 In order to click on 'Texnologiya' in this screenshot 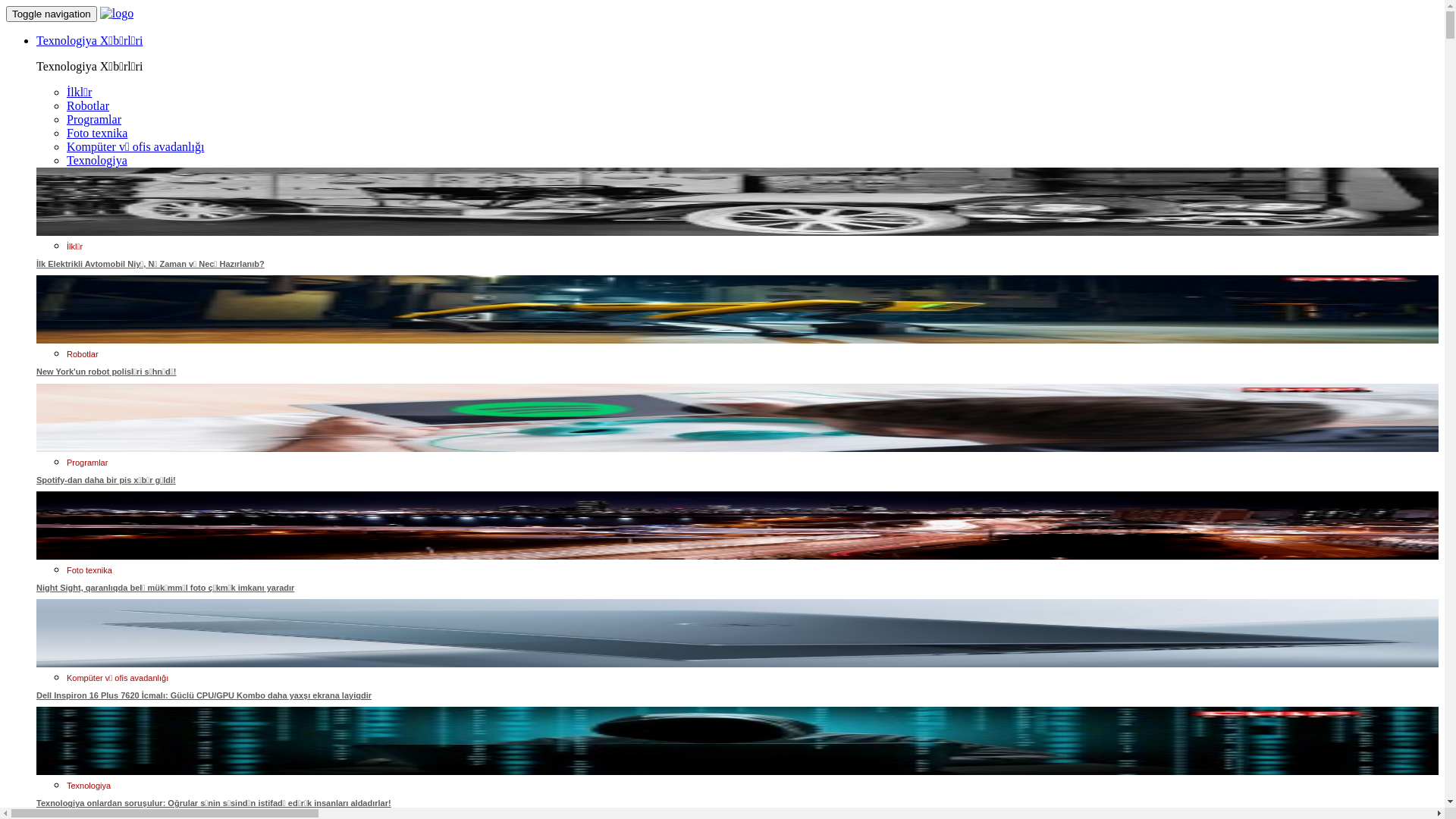, I will do `click(96, 160)`.